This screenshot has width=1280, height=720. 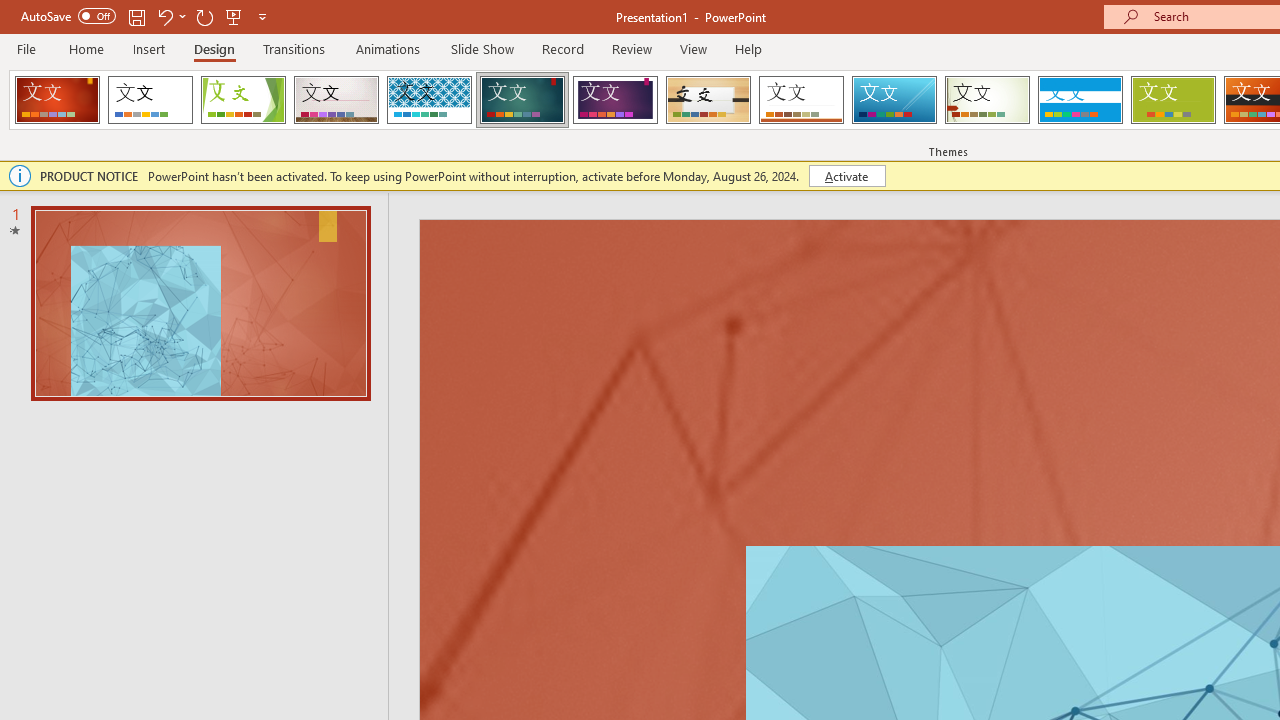 What do you see at coordinates (987, 100) in the screenshot?
I see `'Wisp'` at bounding box center [987, 100].